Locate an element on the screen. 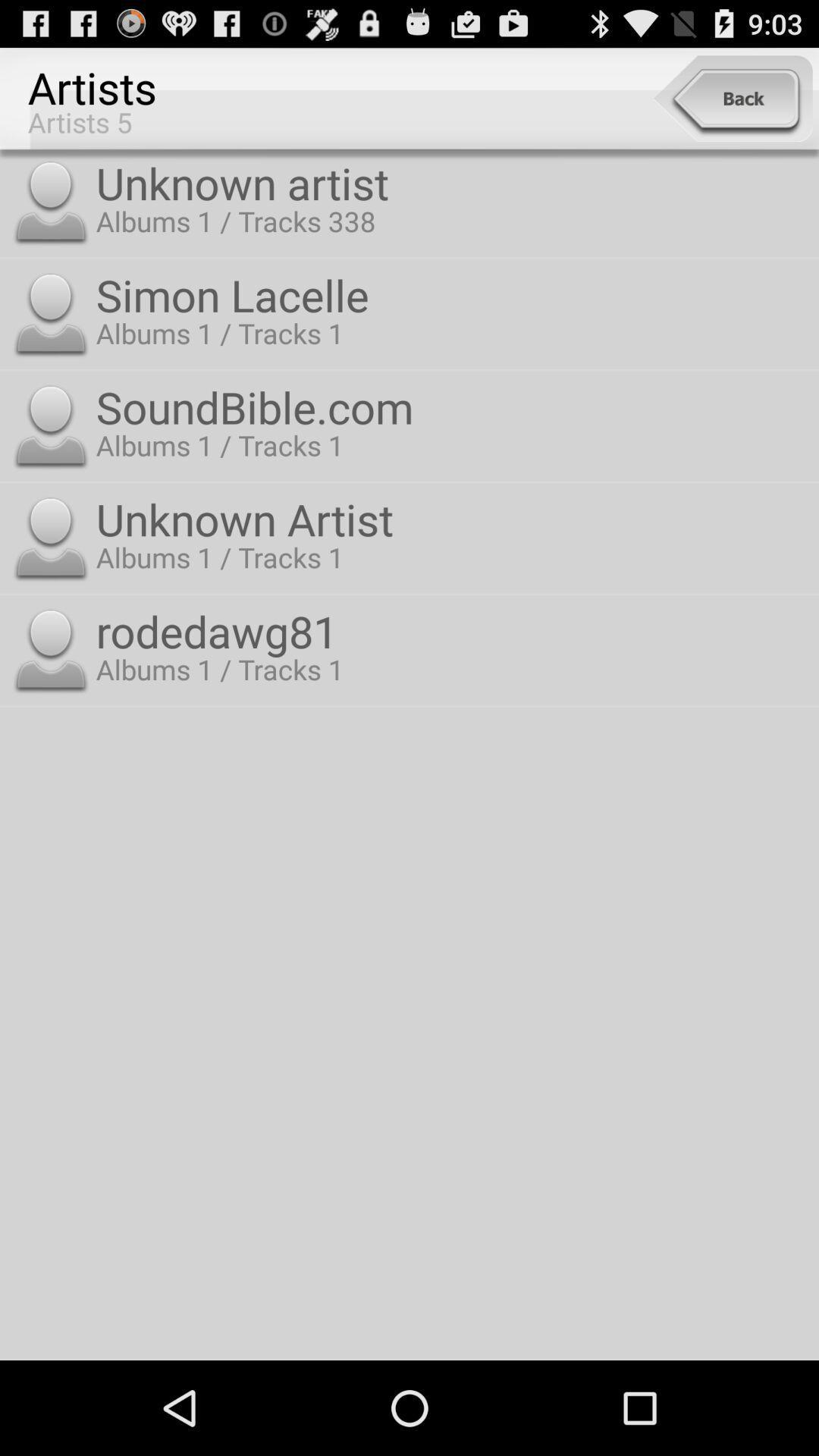 Image resolution: width=819 pixels, height=1456 pixels. icon next to the artists is located at coordinates (732, 98).